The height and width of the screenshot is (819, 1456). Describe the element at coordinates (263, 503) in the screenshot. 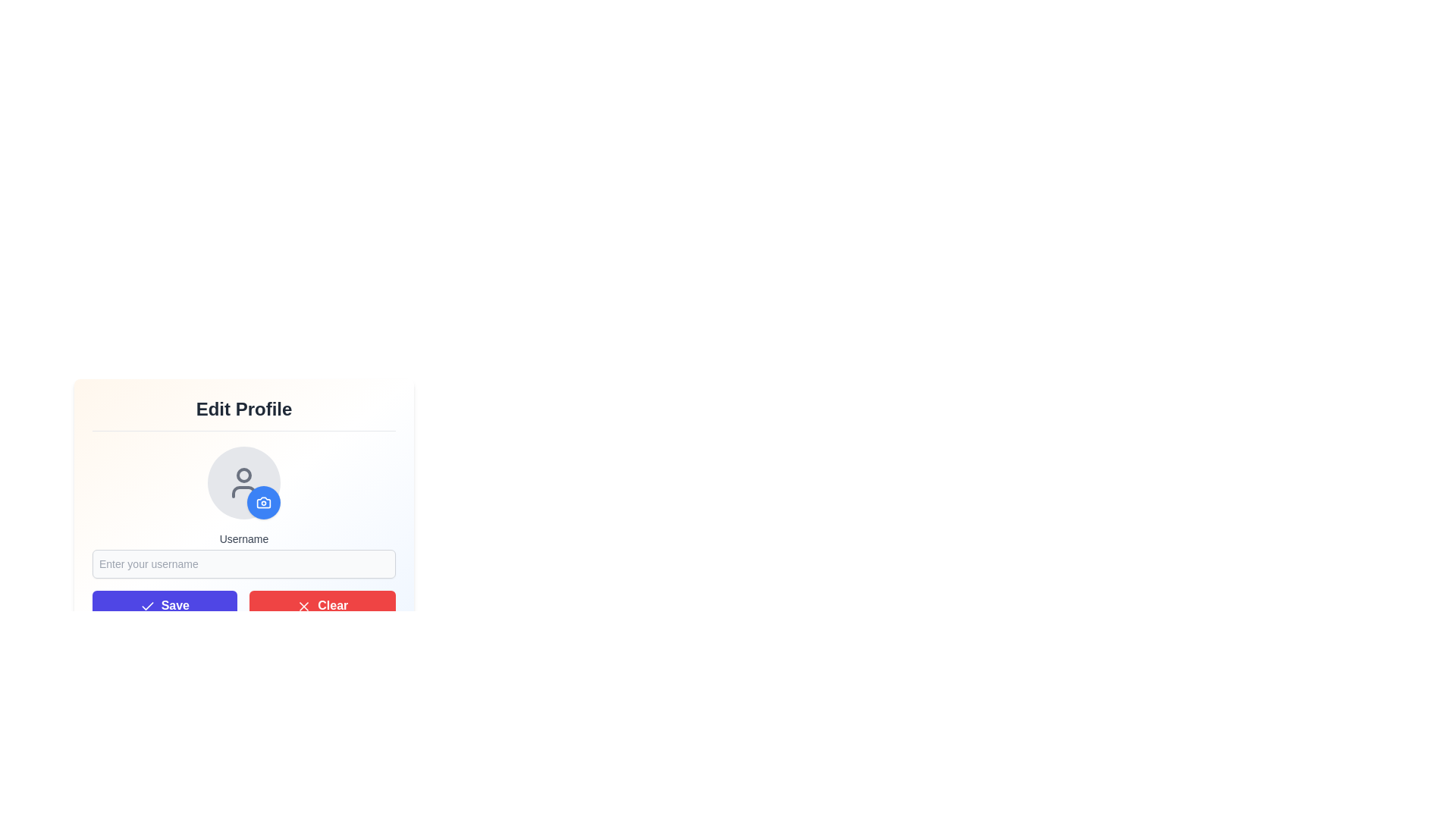

I see `the camera icon, which is a simple line drawing representing a camera, located within a small blue circular button adjacent to the user avatar picture in the profile editing section` at that location.